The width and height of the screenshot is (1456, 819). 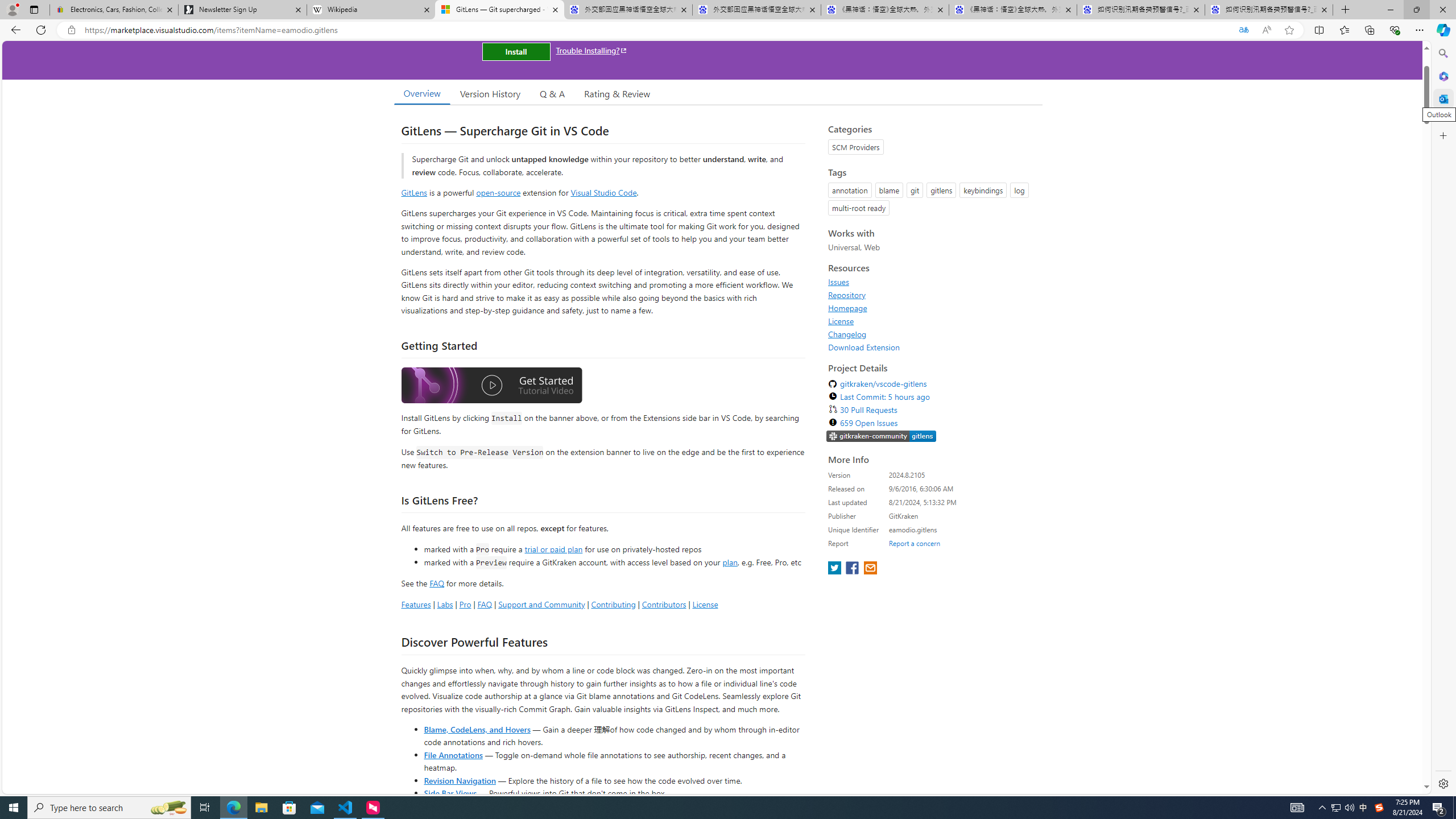 I want to click on 'share extension on facebook', so click(x=853, y=568).